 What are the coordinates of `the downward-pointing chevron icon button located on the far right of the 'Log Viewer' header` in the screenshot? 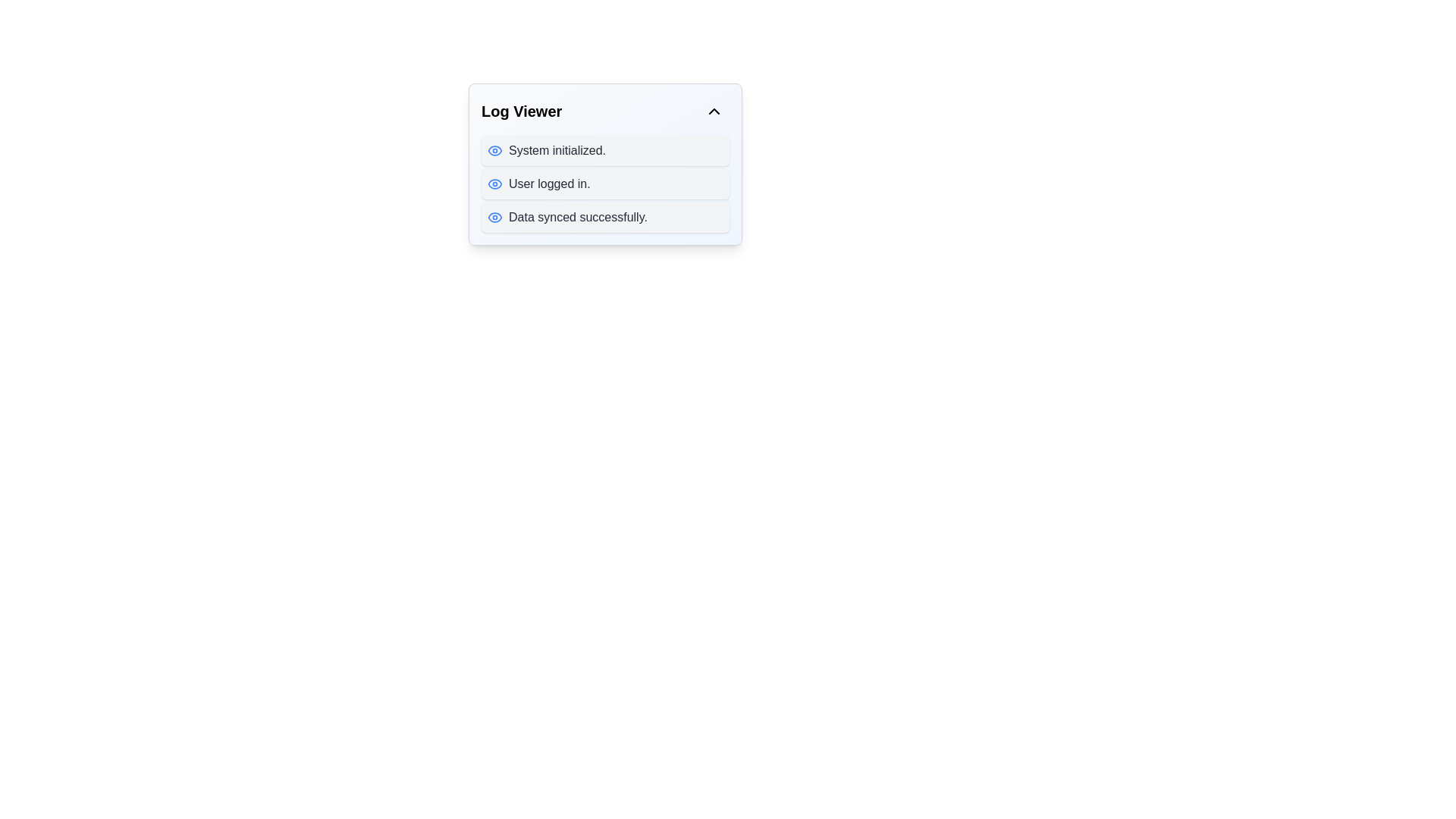 It's located at (713, 110).